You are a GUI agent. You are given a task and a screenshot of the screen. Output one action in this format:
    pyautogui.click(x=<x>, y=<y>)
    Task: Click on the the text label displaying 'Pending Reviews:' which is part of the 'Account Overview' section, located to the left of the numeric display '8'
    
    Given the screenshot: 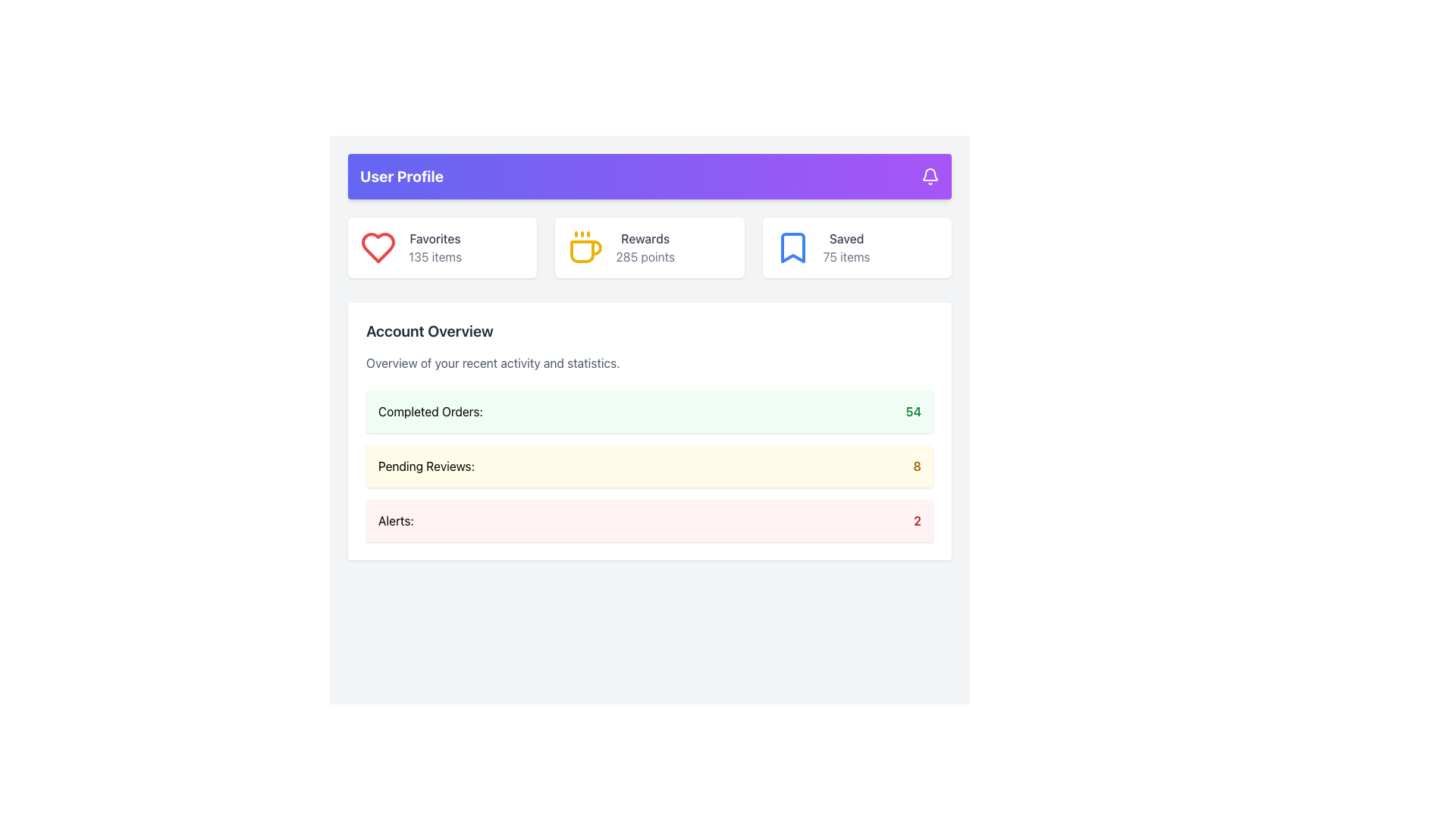 What is the action you would take?
    pyautogui.click(x=425, y=465)
    